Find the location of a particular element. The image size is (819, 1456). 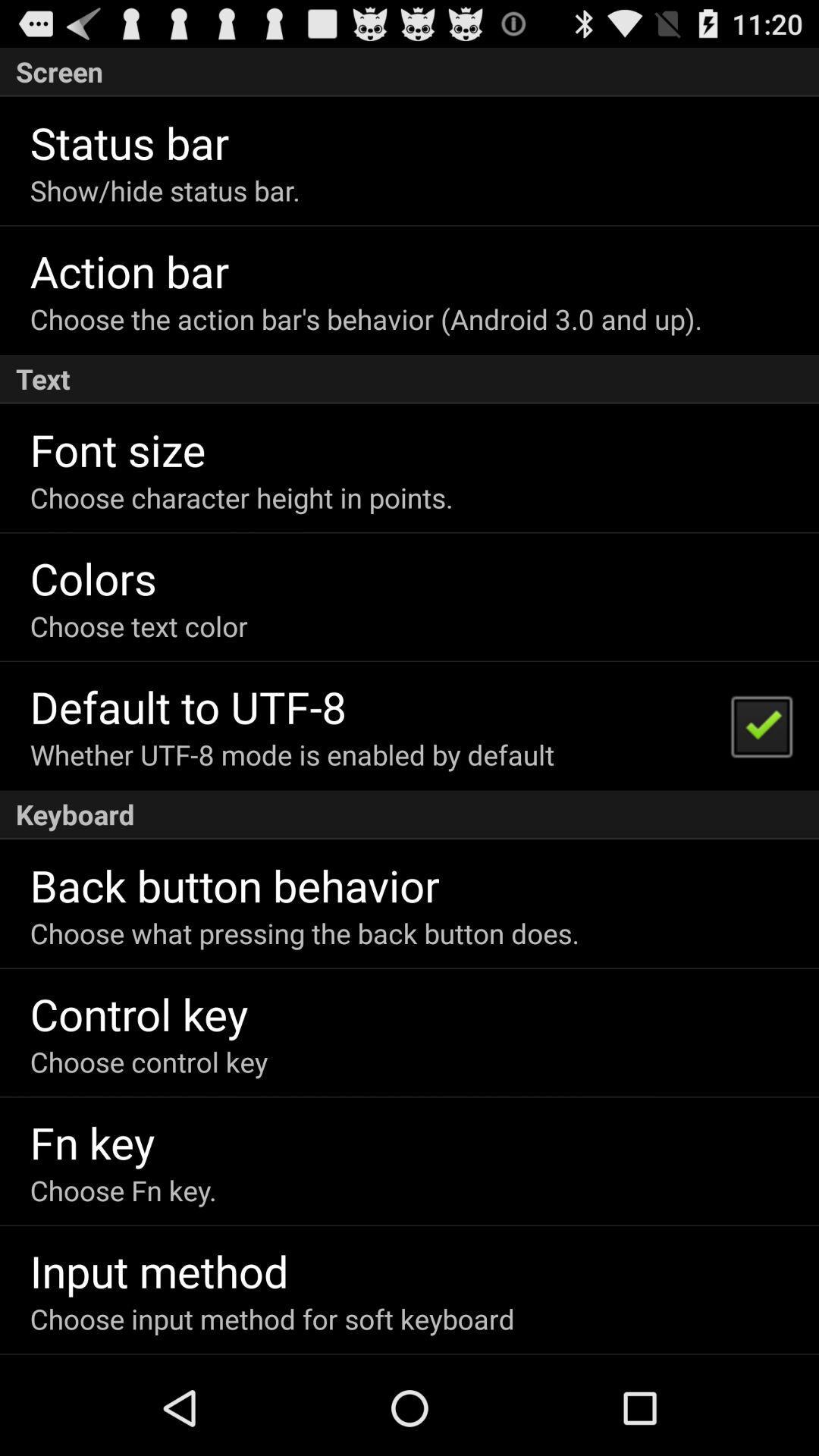

the item next to the whether utf 8 is located at coordinates (761, 724).